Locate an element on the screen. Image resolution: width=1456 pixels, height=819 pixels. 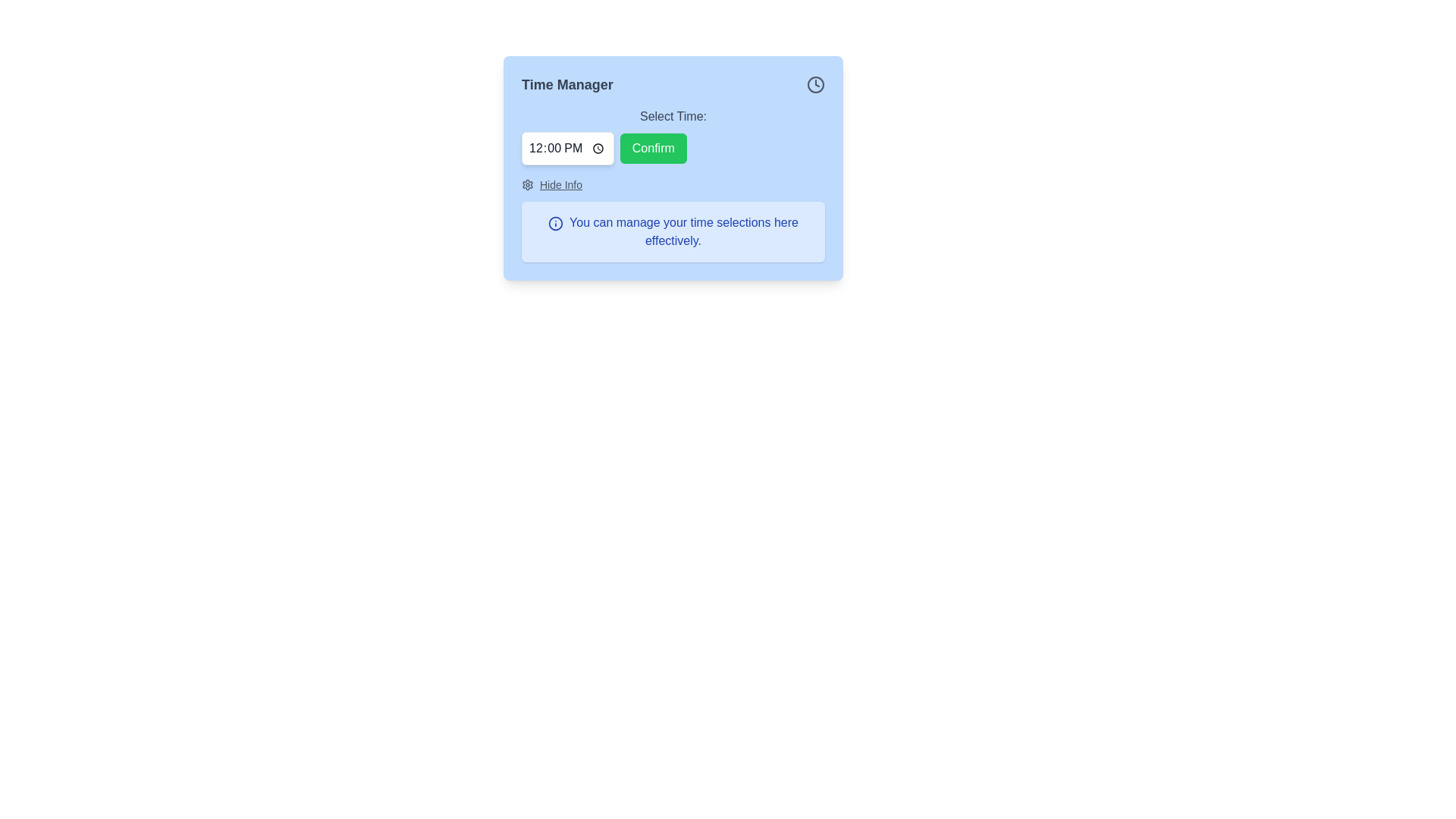
the green 'Confirm' button with rounded corners is located at coordinates (653, 149).